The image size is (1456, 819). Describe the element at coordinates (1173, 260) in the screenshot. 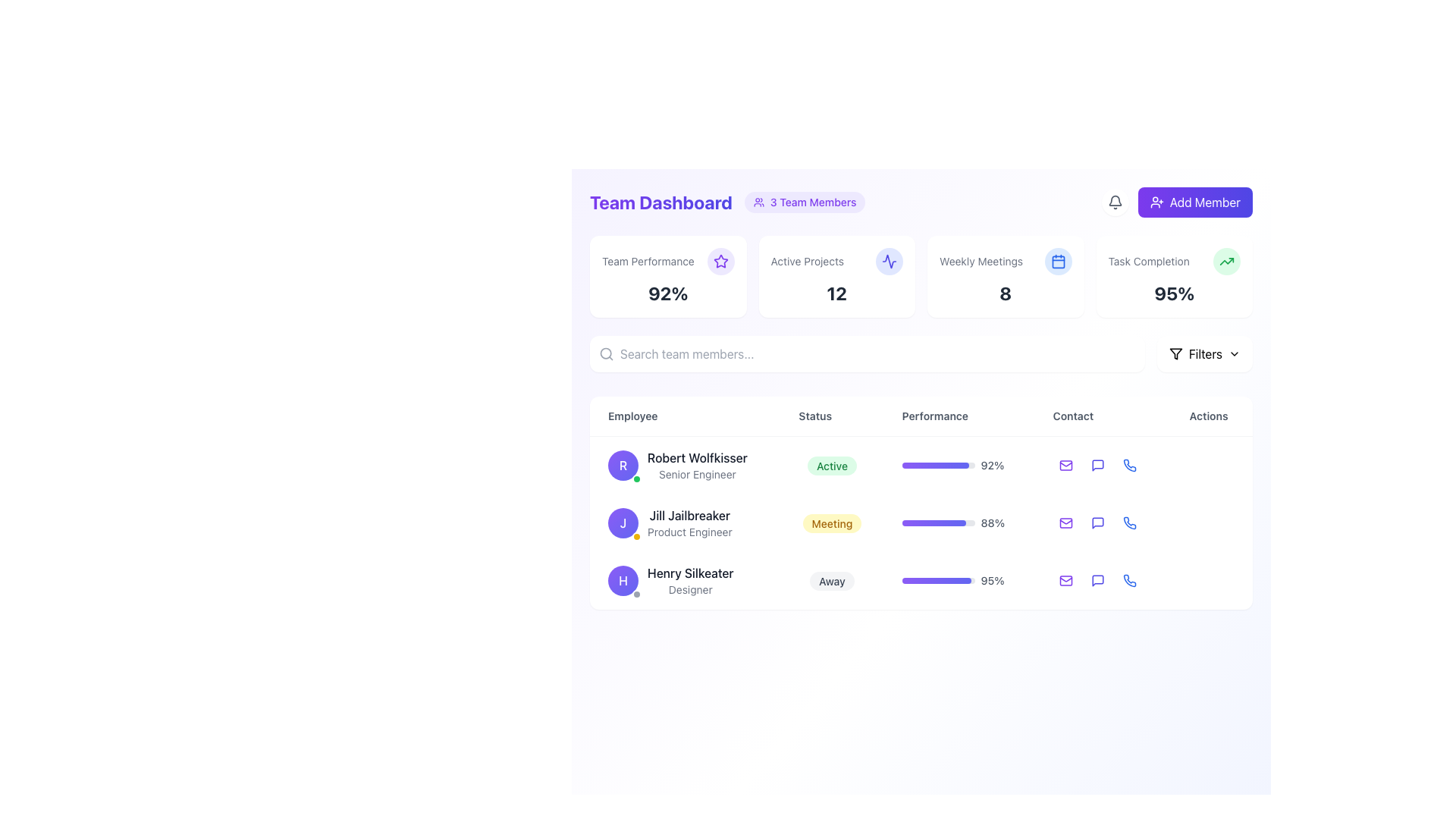

I see `the Text Label that indicates 'Task Completion' in the top-right corner of the dashboard interface` at that location.